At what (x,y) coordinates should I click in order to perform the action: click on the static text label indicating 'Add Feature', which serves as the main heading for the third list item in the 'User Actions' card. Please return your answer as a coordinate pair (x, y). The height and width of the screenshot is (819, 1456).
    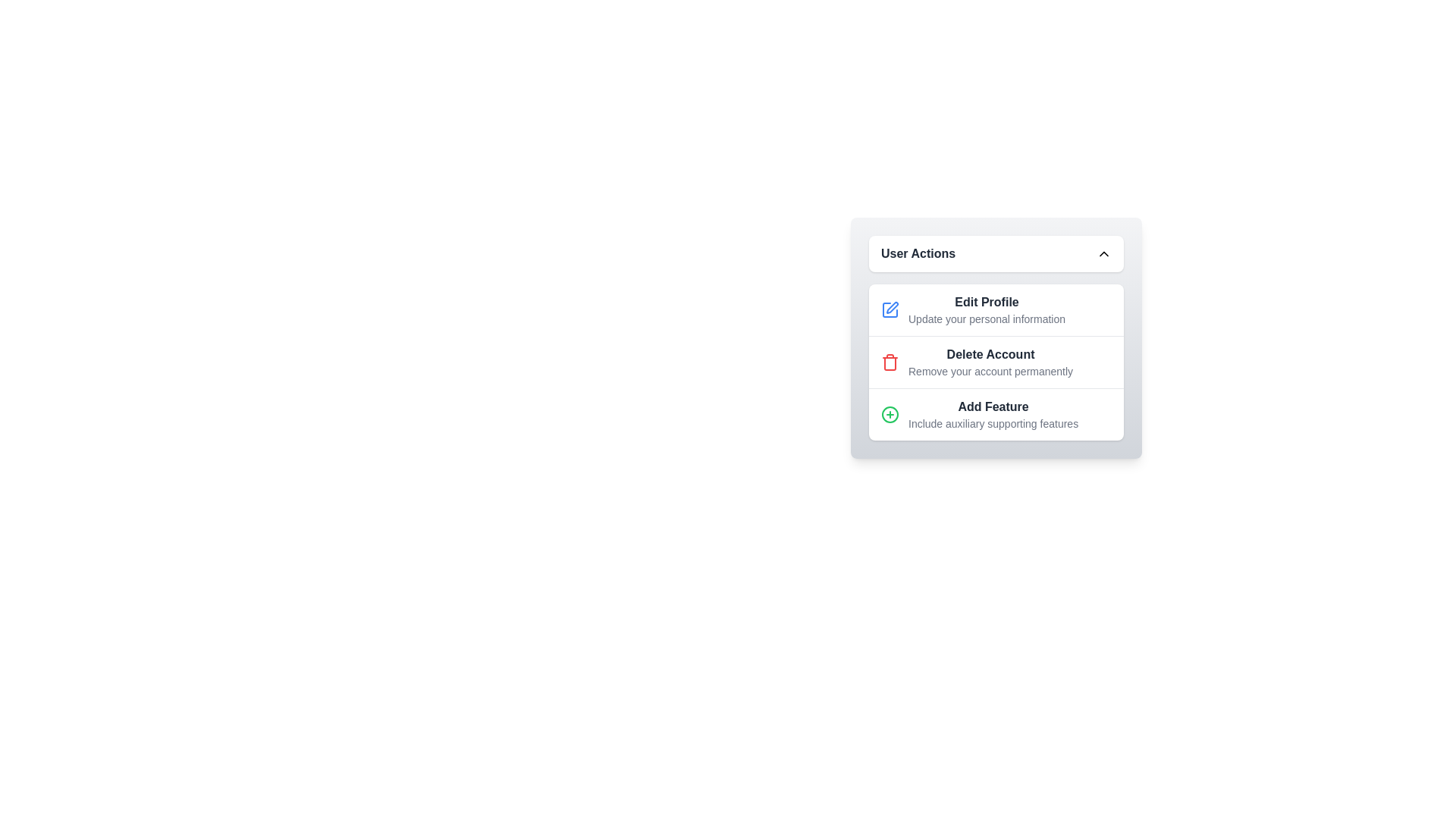
    Looking at the image, I should click on (993, 406).